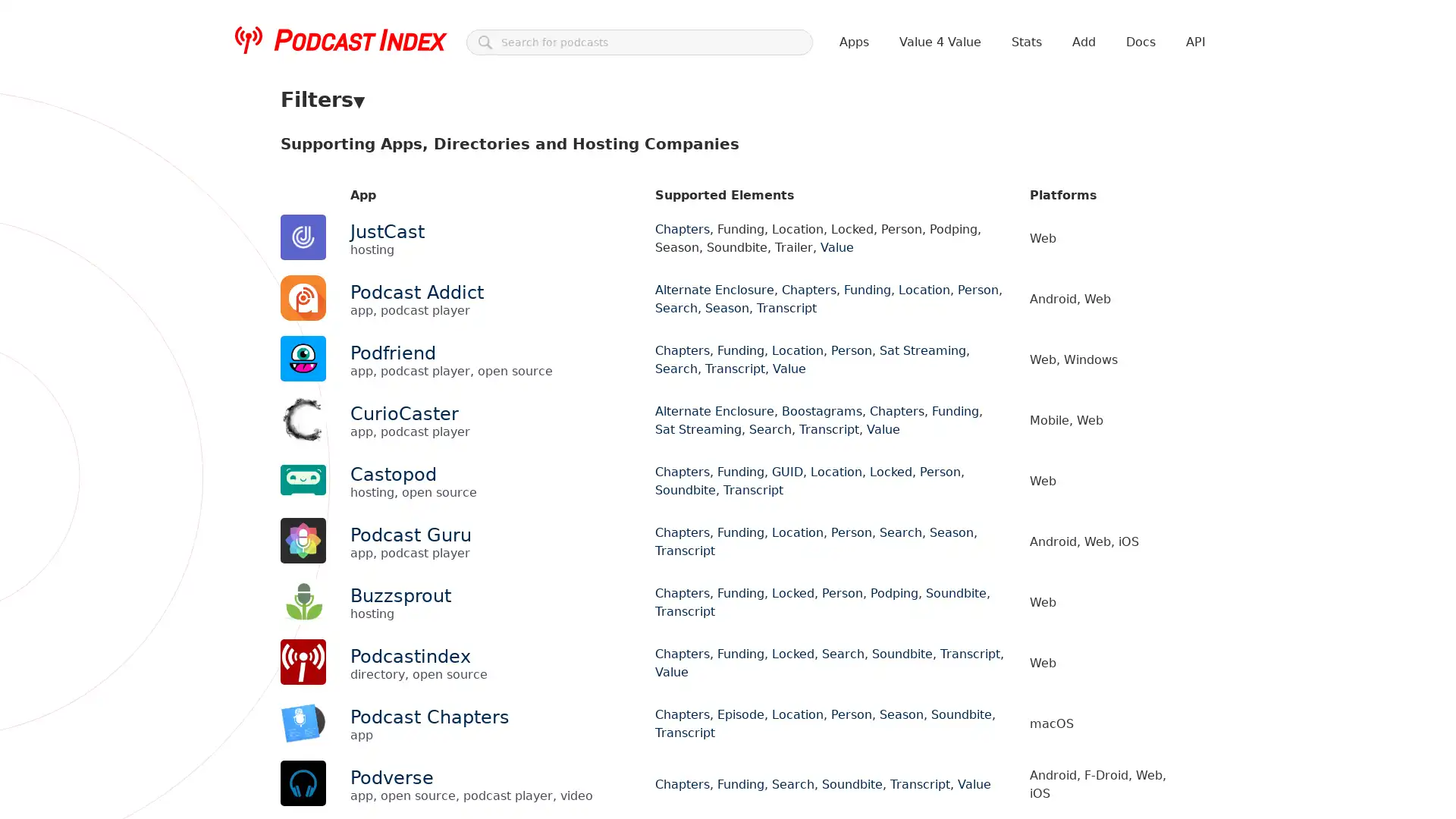 The width and height of the screenshot is (1456, 819). What do you see at coordinates (340, 146) in the screenshot?
I see `App` at bounding box center [340, 146].